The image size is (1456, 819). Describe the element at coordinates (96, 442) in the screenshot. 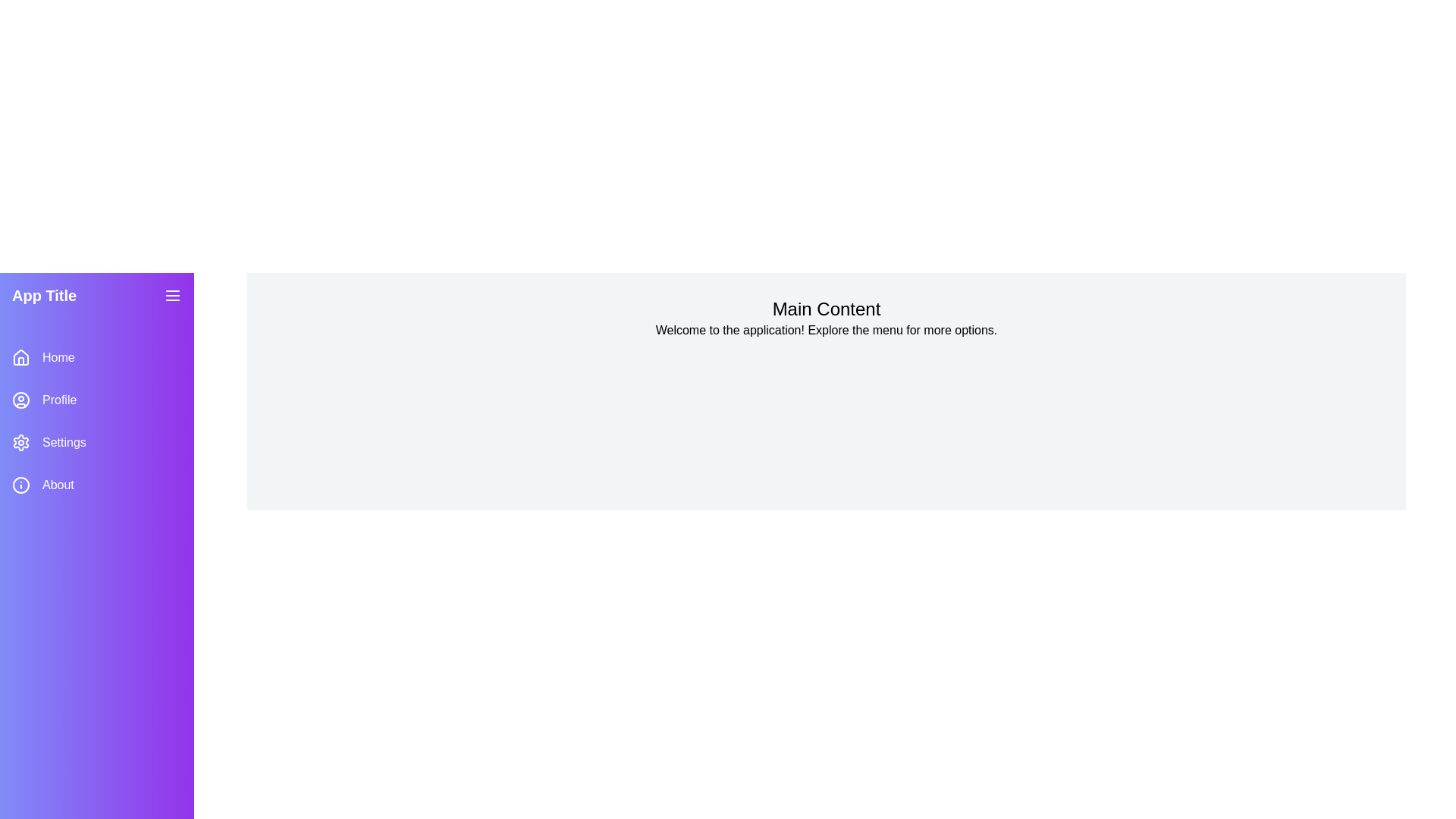

I see `the sidebar menu item labeled Settings` at that location.